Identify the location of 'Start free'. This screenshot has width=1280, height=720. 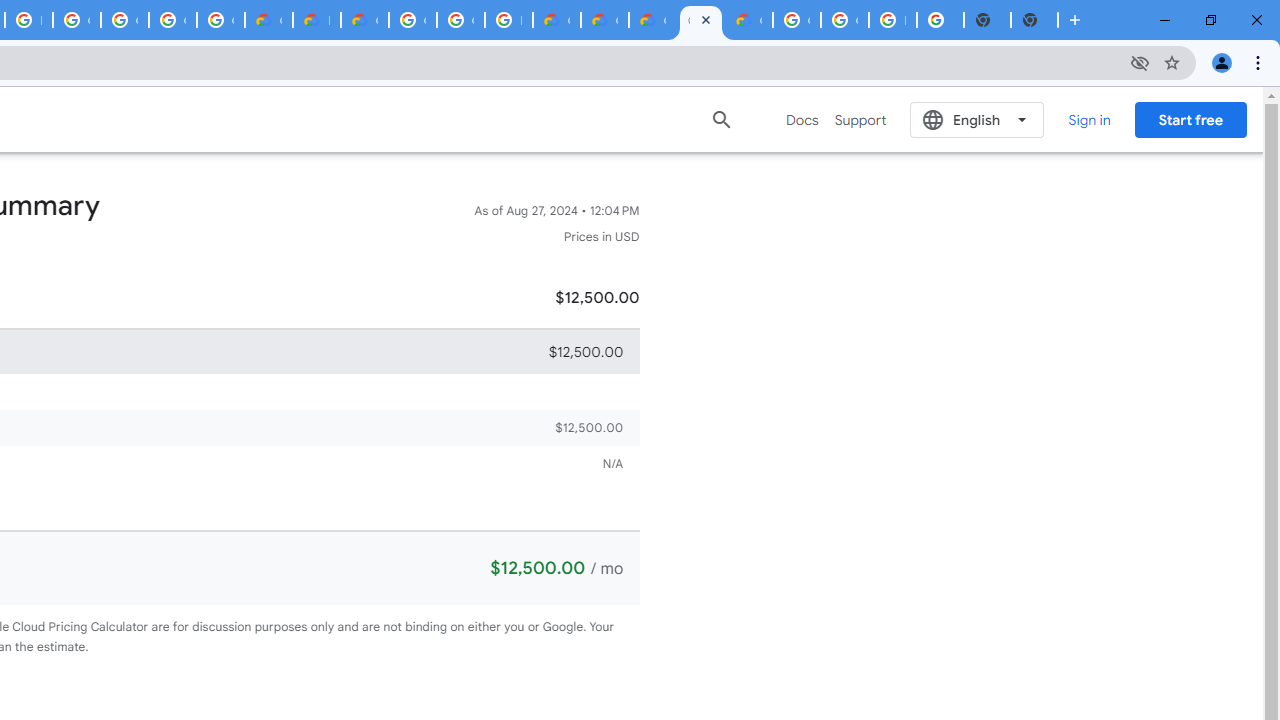
(1190, 119).